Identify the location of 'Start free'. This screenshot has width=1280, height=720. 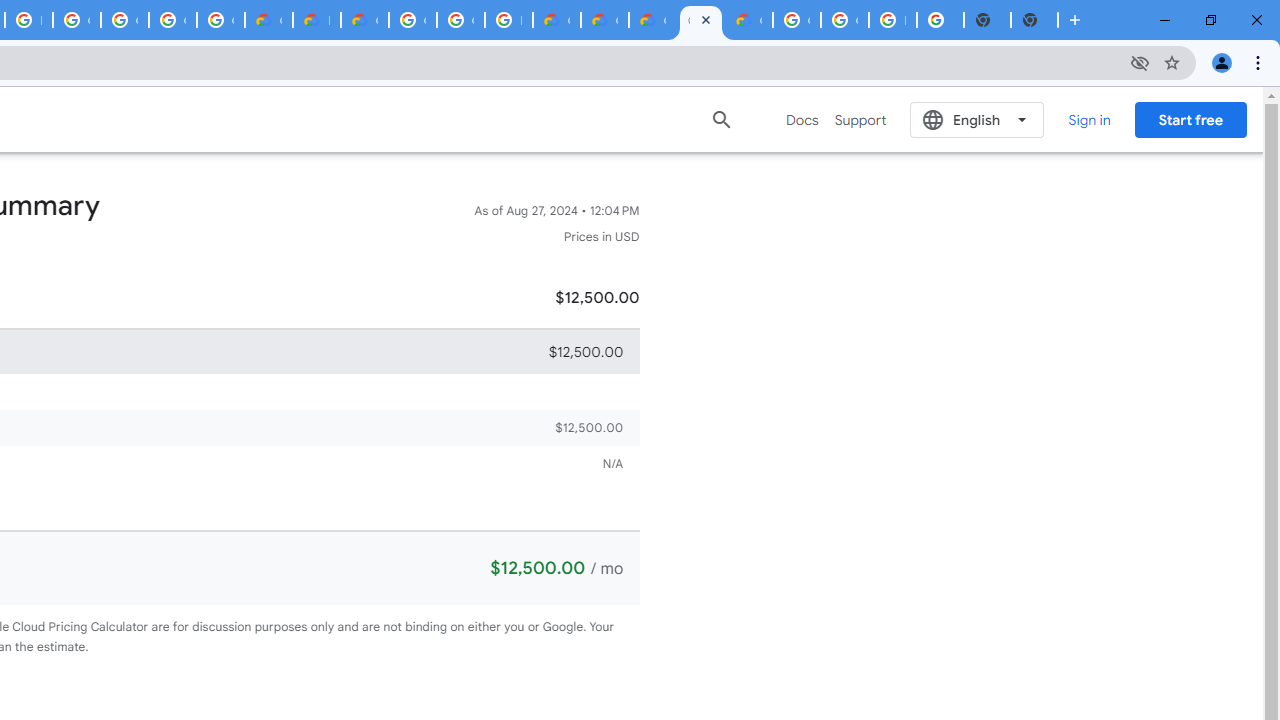
(1190, 119).